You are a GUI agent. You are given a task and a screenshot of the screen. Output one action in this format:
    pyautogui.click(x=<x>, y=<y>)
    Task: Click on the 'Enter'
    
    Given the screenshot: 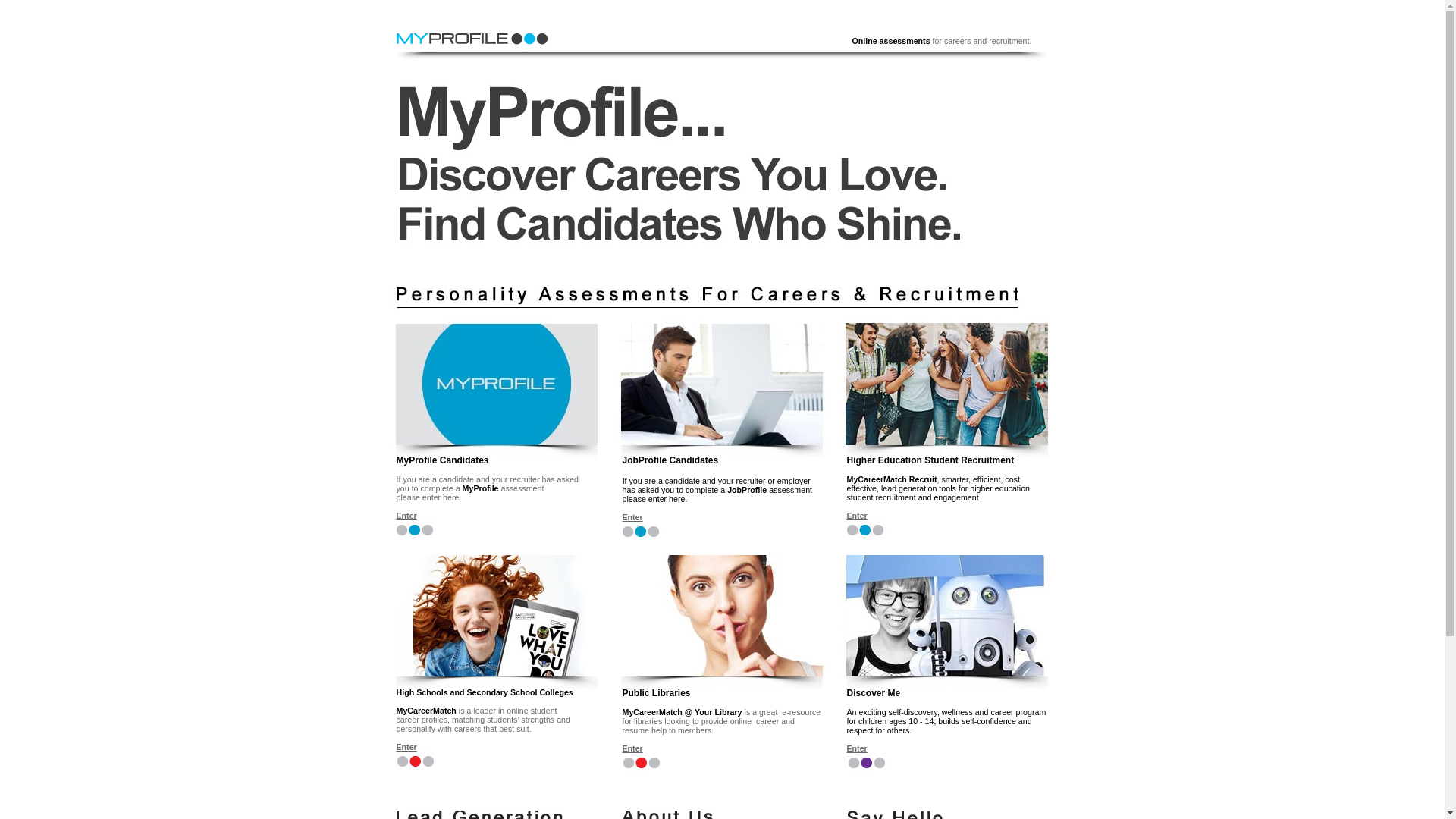 What is the action you would take?
    pyautogui.click(x=406, y=514)
    